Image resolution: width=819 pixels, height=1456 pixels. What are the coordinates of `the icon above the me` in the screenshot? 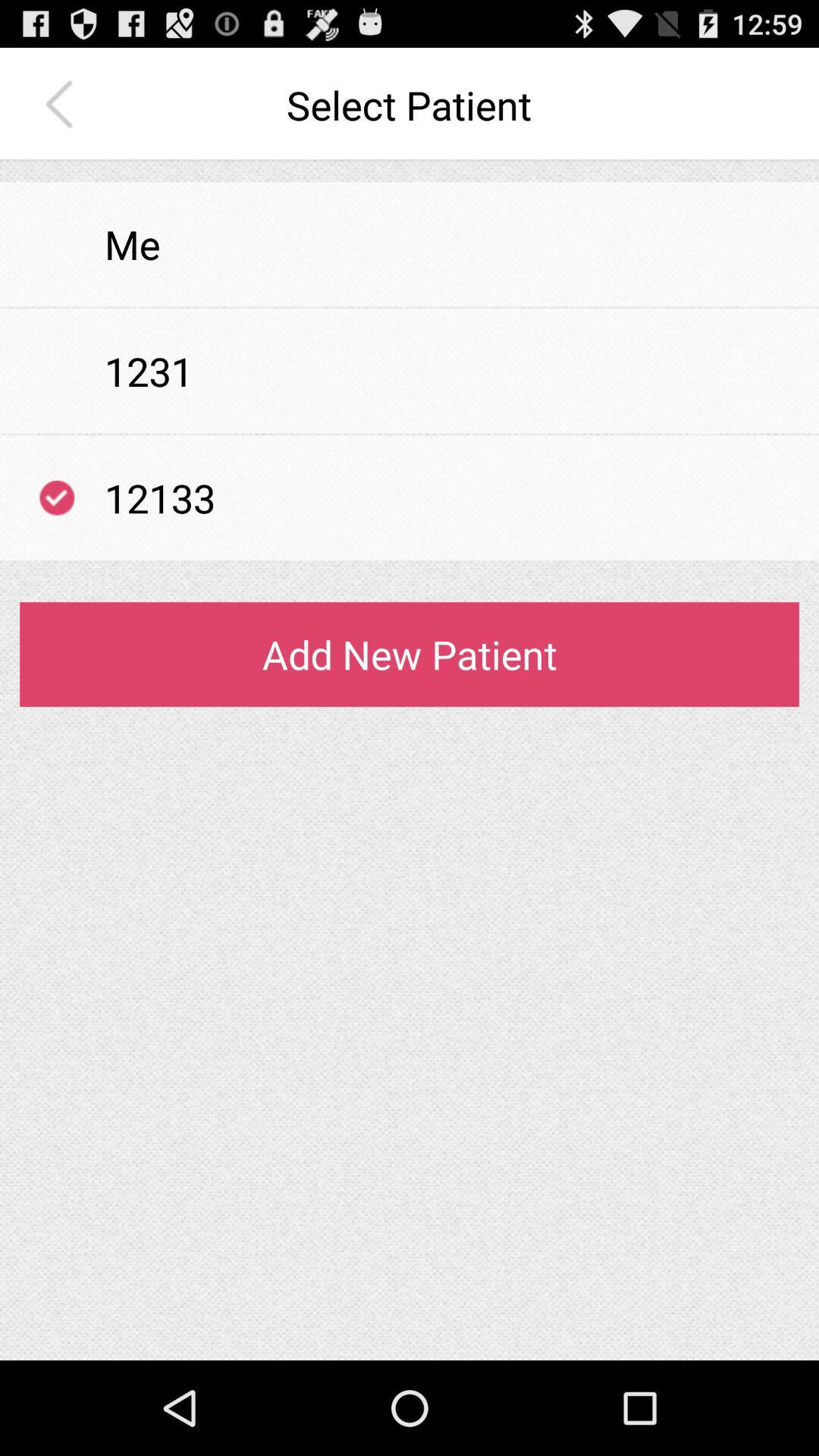 It's located at (409, 171).